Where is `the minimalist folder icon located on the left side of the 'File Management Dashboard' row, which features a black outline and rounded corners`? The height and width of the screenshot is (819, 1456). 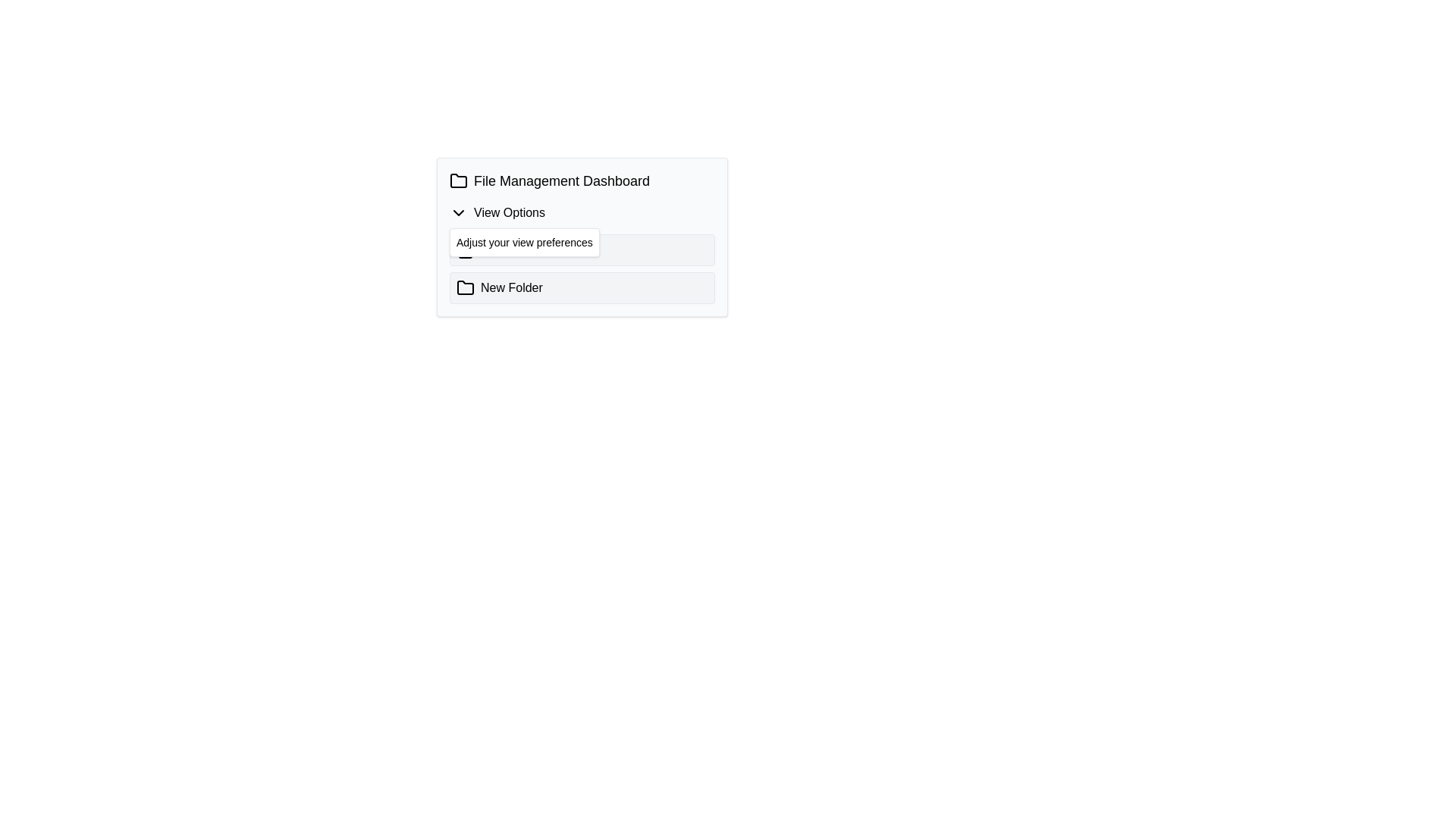 the minimalist folder icon located on the left side of the 'File Management Dashboard' row, which features a black outline and rounded corners is located at coordinates (457, 180).